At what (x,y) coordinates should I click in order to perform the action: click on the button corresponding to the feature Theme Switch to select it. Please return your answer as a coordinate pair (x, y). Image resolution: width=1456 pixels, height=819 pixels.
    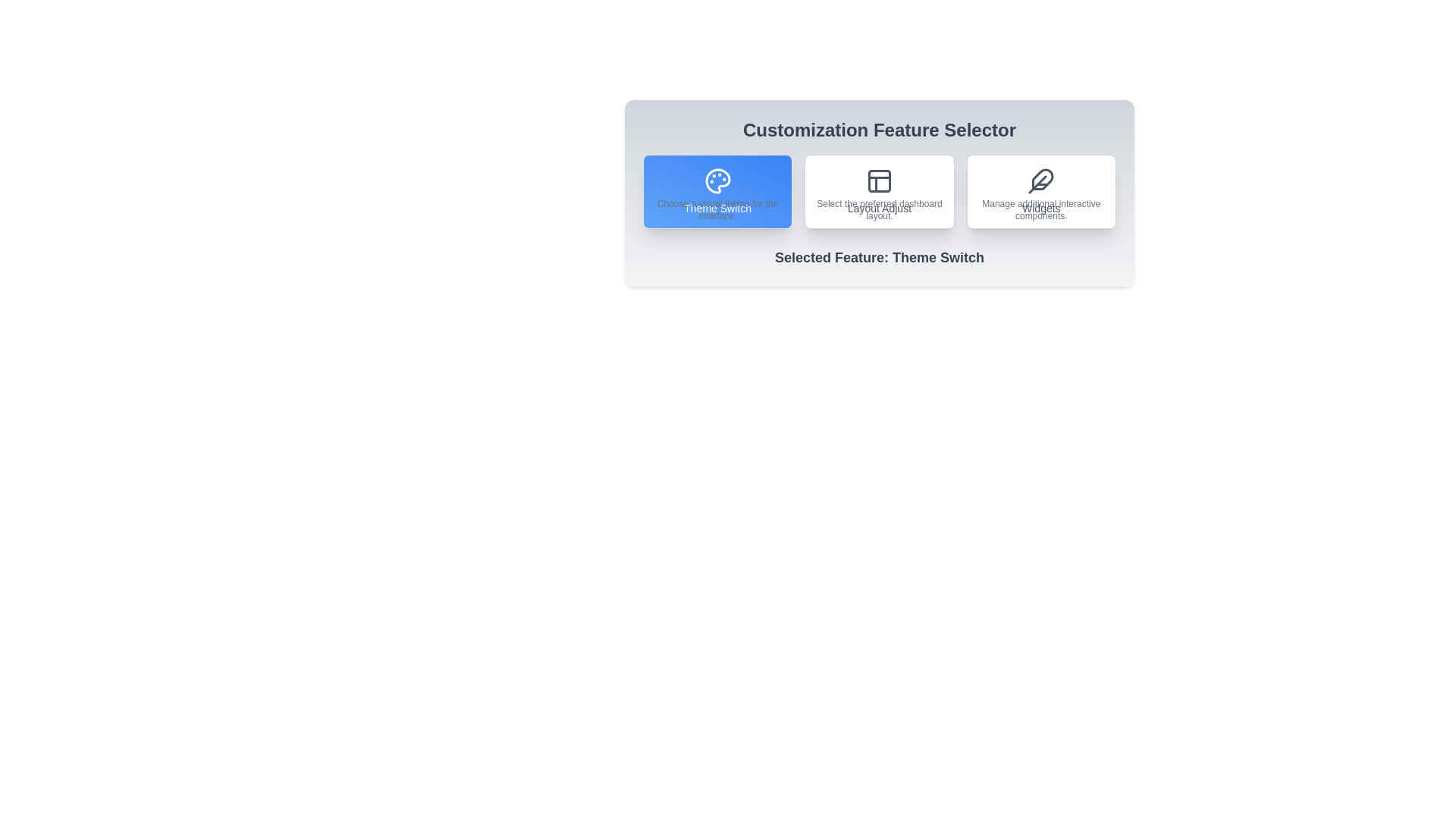
    Looking at the image, I should click on (717, 191).